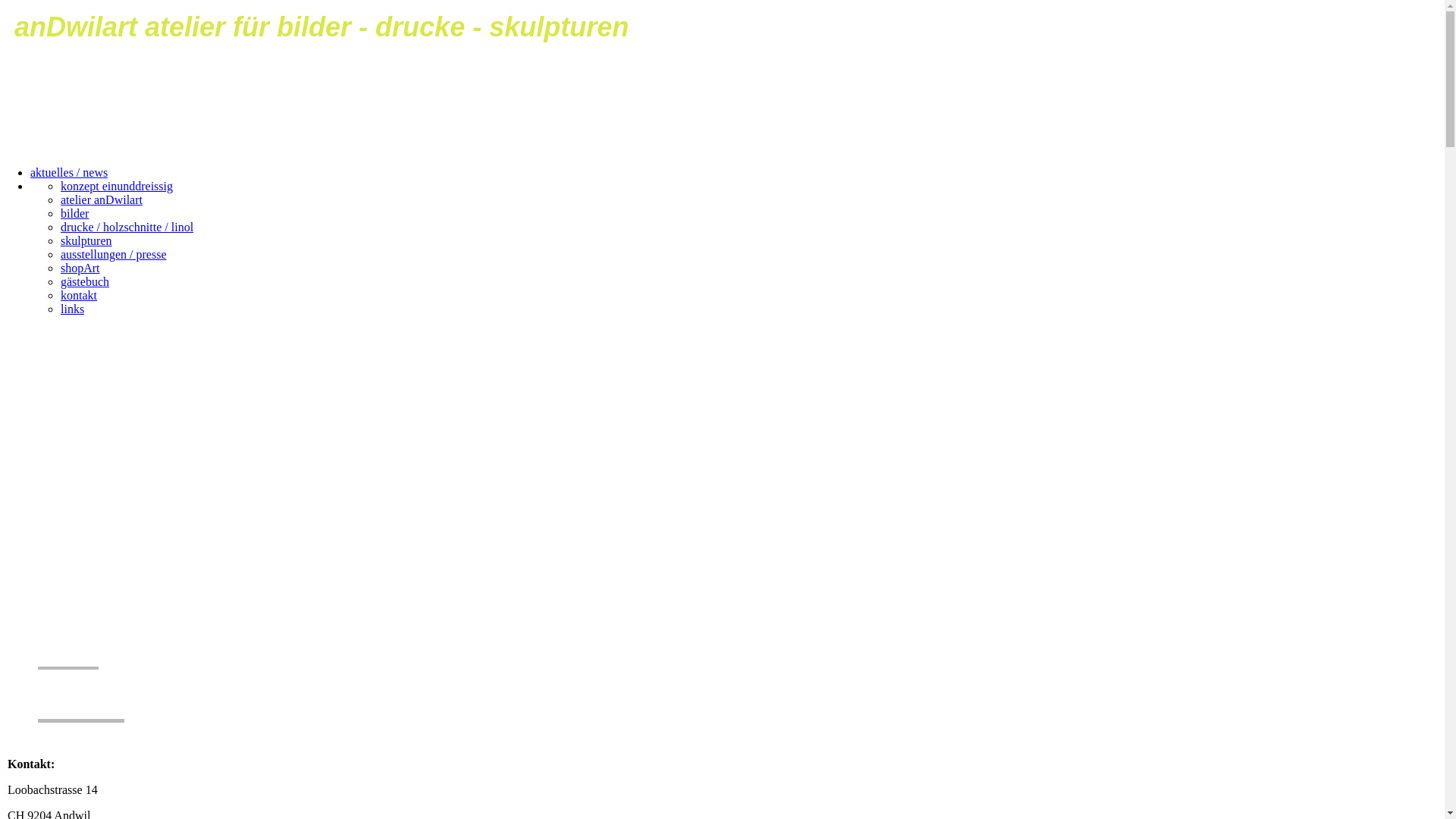 This screenshot has width=1456, height=819. I want to click on 'bilder', so click(74, 213).